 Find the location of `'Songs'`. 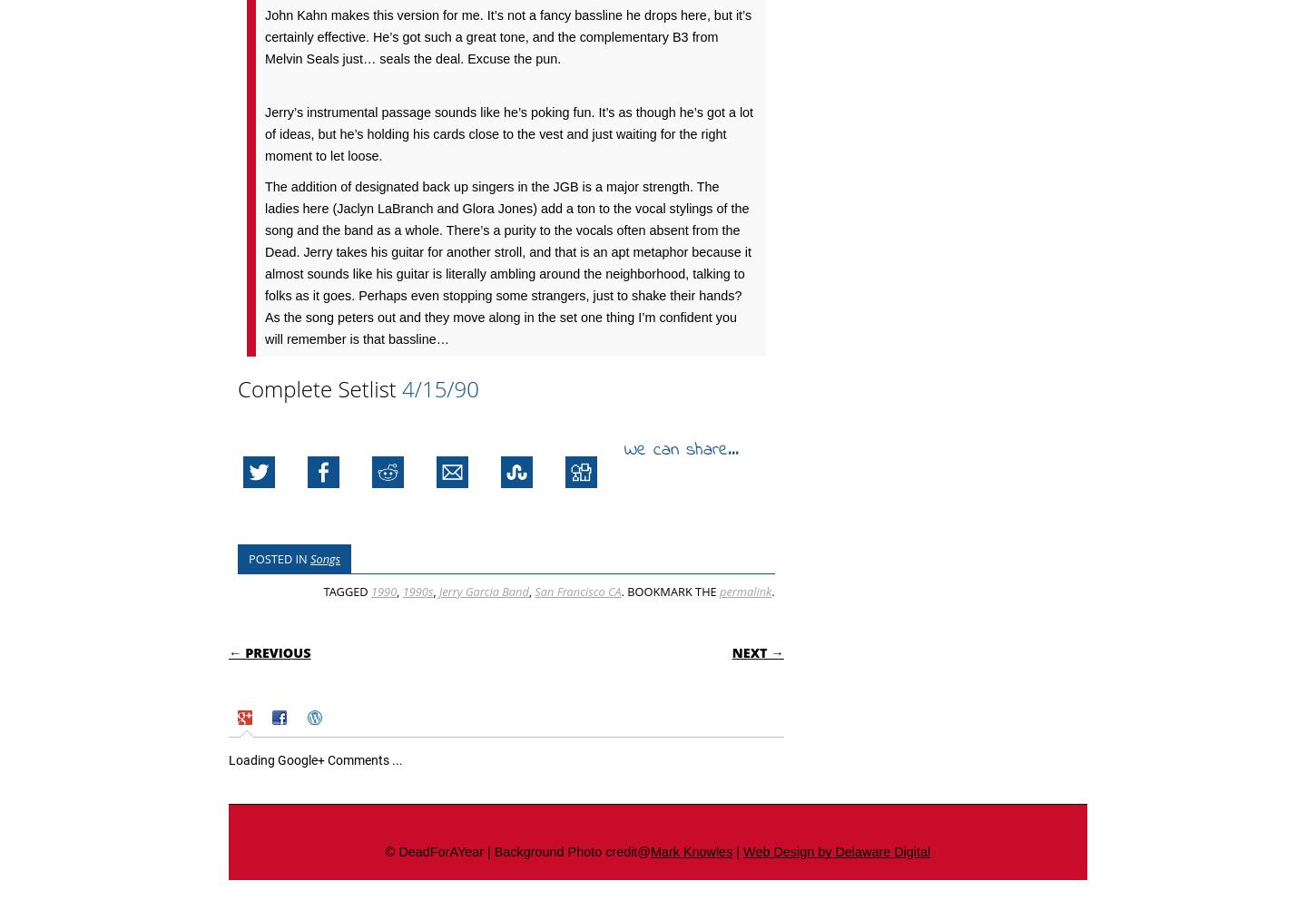

'Songs' is located at coordinates (325, 558).